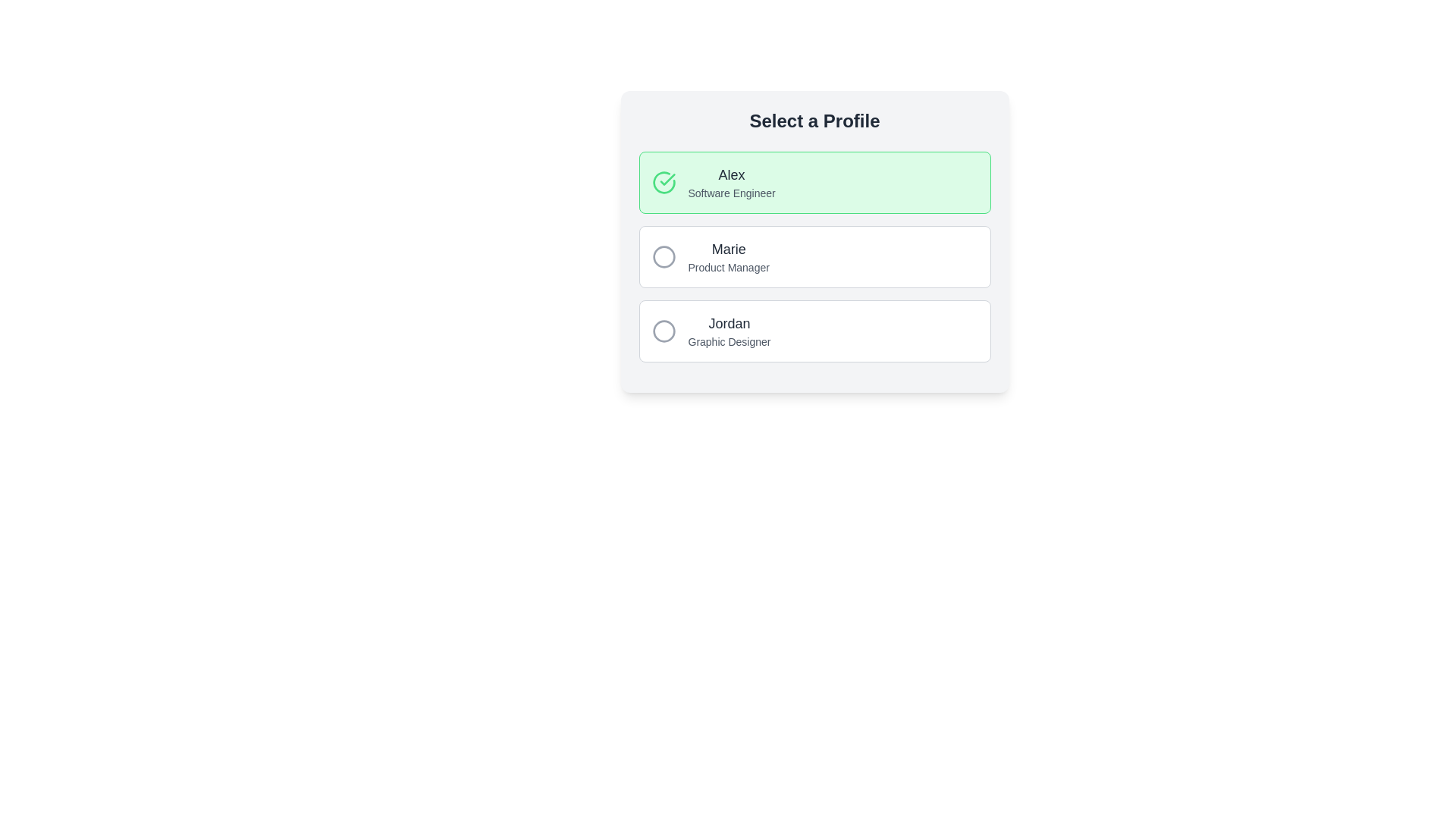 The width and height of the screenshot is (1456, 819). I want to click on the text label indicating the name 'Marie', which is the first text line within the second block of selectable profiles, positioned above the label 'Product Manager', so click(729, 248).